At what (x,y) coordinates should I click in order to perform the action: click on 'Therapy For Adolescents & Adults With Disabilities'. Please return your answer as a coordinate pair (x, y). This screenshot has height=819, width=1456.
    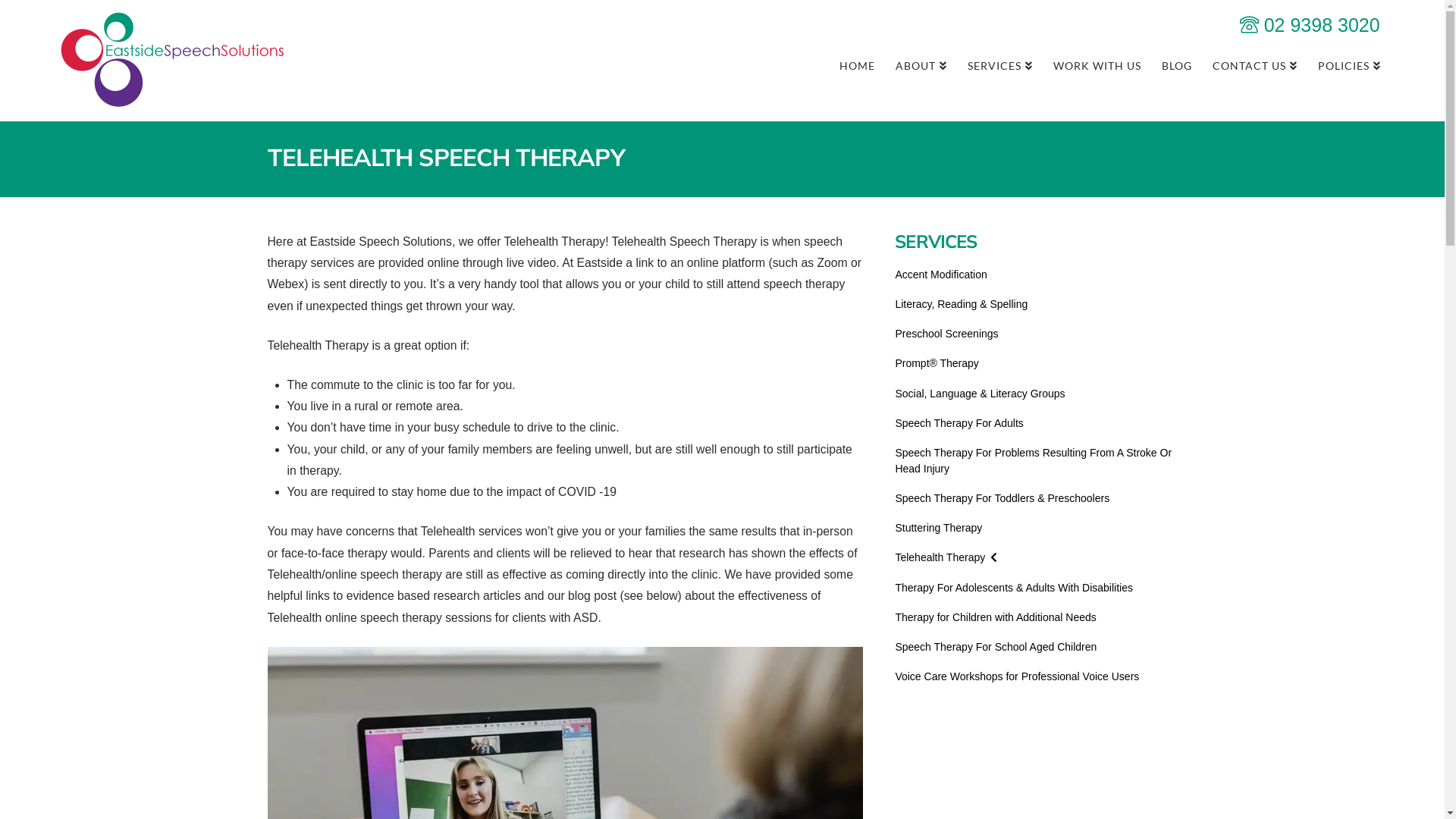
    Looking at the image, I should click on (1014, 587).